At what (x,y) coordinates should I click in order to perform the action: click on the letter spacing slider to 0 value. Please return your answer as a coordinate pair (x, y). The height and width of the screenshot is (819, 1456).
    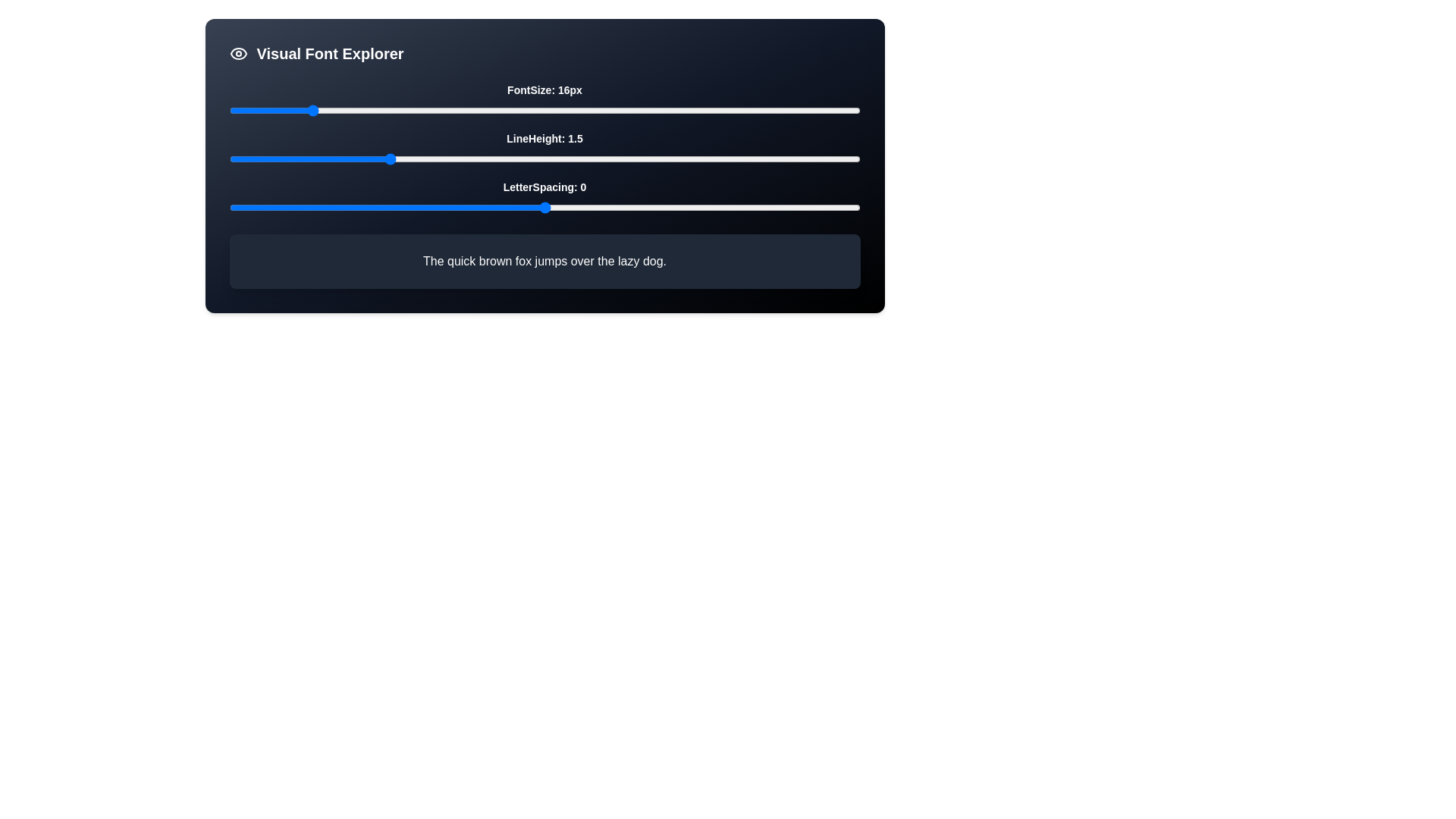
    Looking at the image, I should click on (544, 207).